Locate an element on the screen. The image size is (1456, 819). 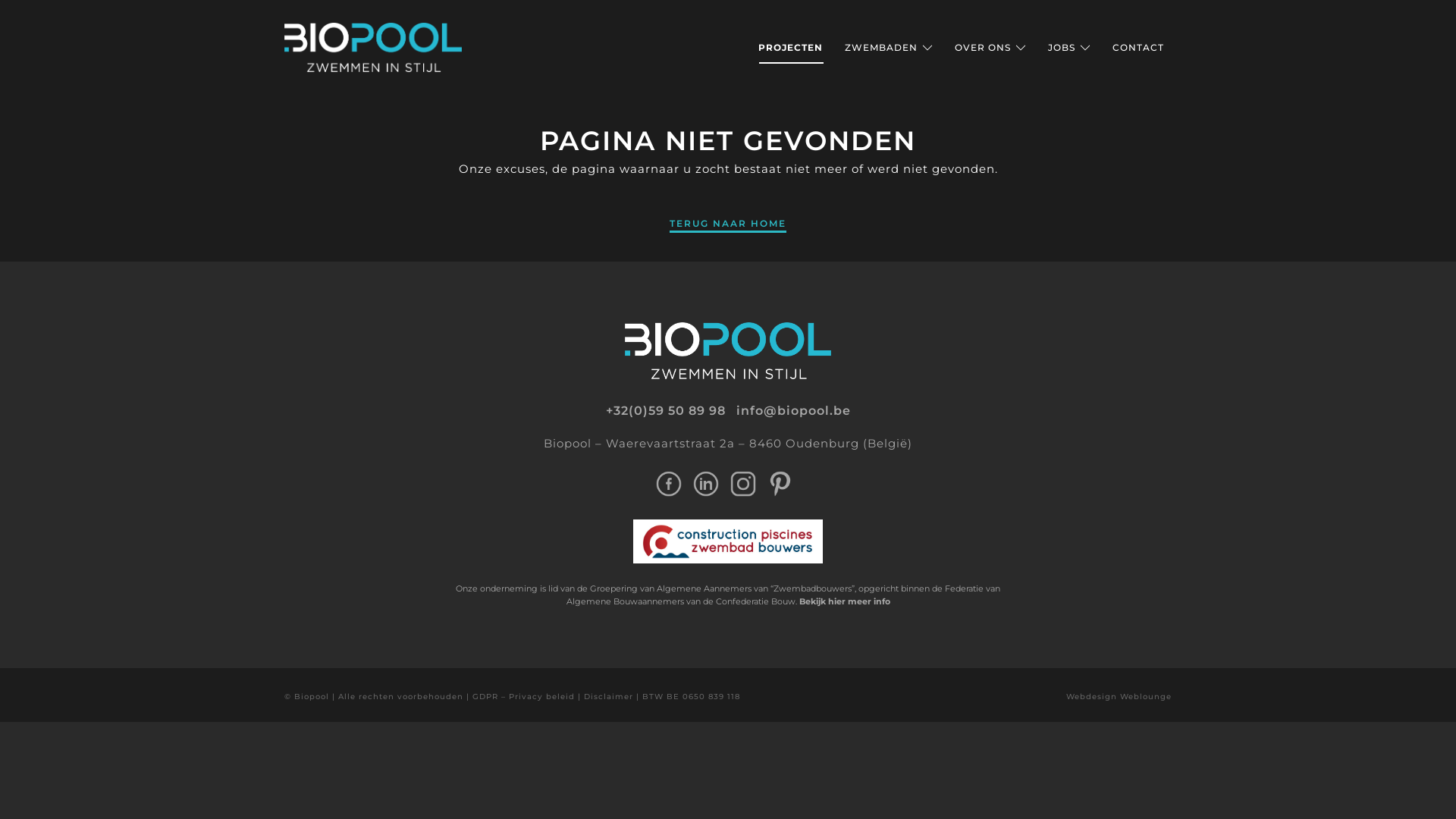
'PROJECTEN' is located at coordinates (789, 46).